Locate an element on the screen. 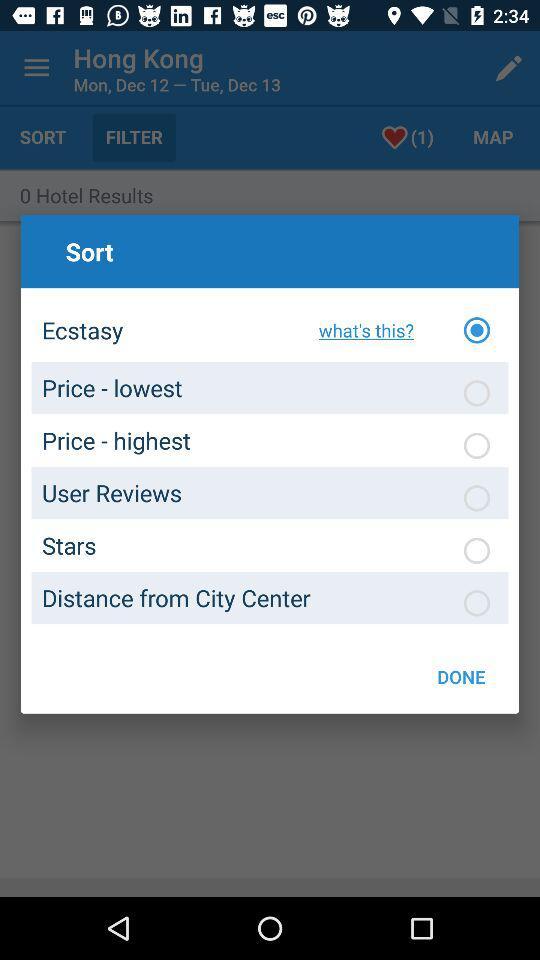 This screenshot has height=960, width=540. ecstasy option is located at coordinates (475, 330).